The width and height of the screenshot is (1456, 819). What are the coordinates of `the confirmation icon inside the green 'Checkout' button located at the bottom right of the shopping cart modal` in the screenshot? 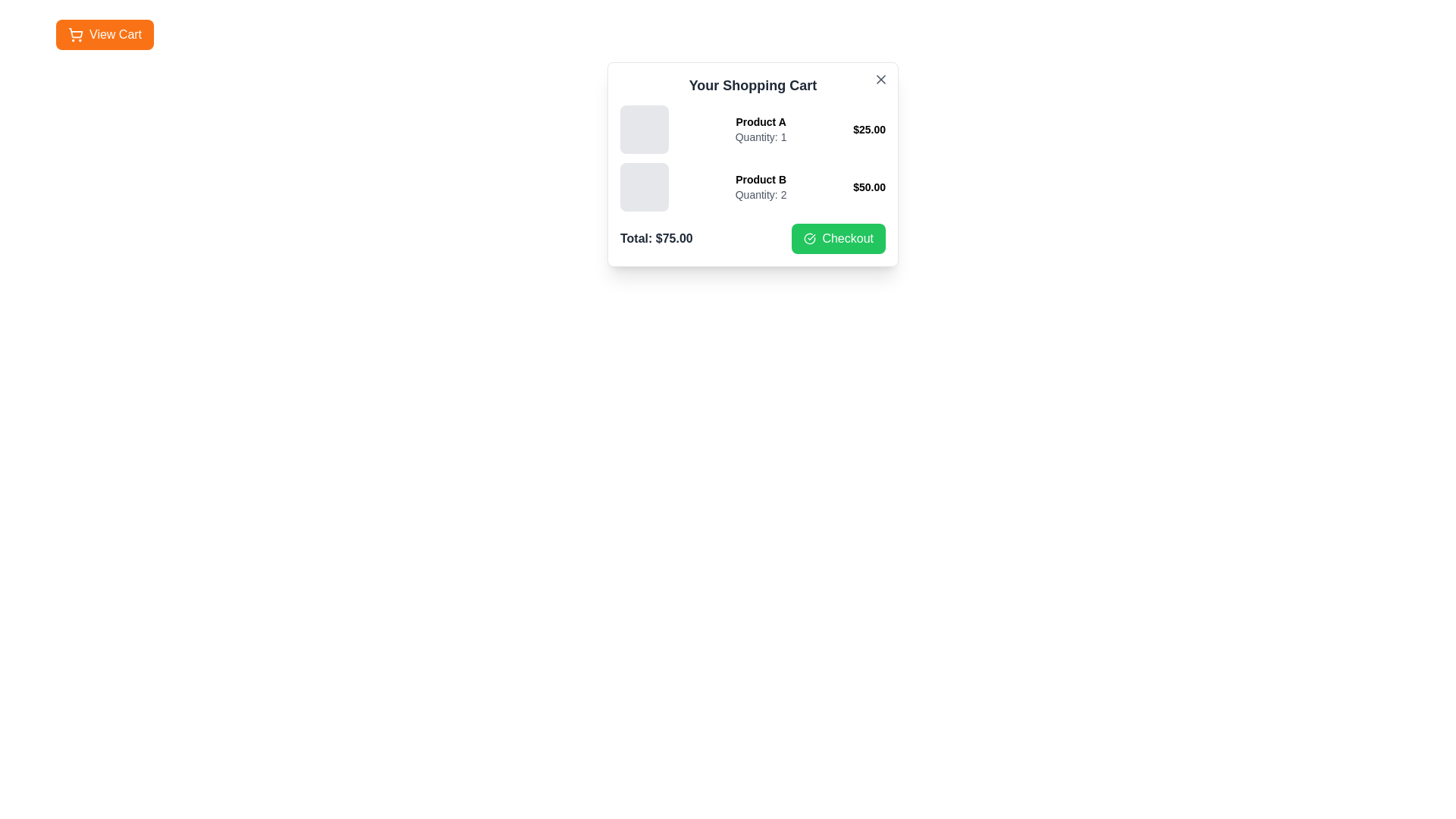 It's located at (809, 239).